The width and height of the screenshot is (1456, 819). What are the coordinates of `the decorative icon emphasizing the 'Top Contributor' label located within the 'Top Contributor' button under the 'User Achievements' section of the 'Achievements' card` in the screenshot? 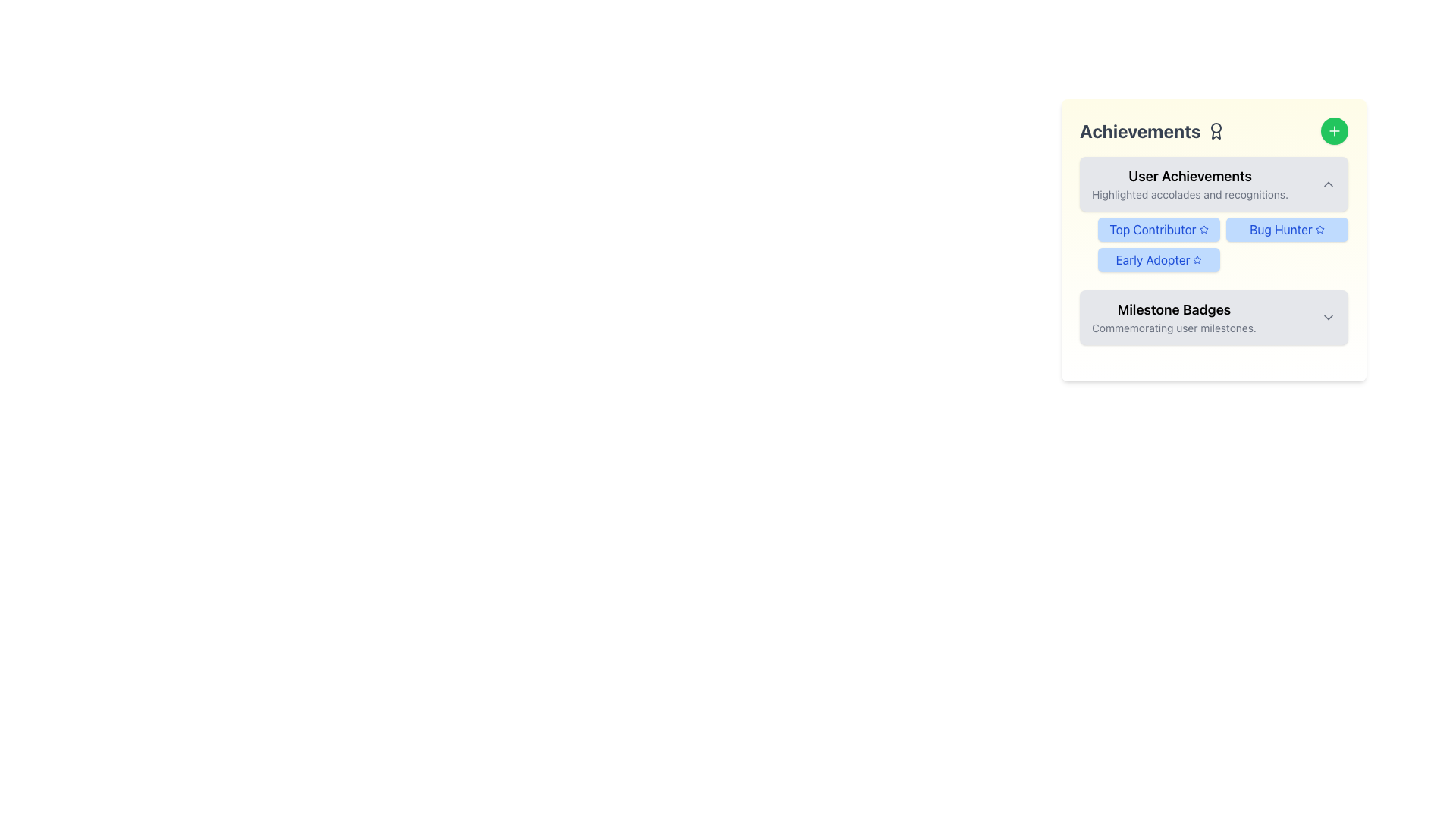 It's located at (1203, 230).